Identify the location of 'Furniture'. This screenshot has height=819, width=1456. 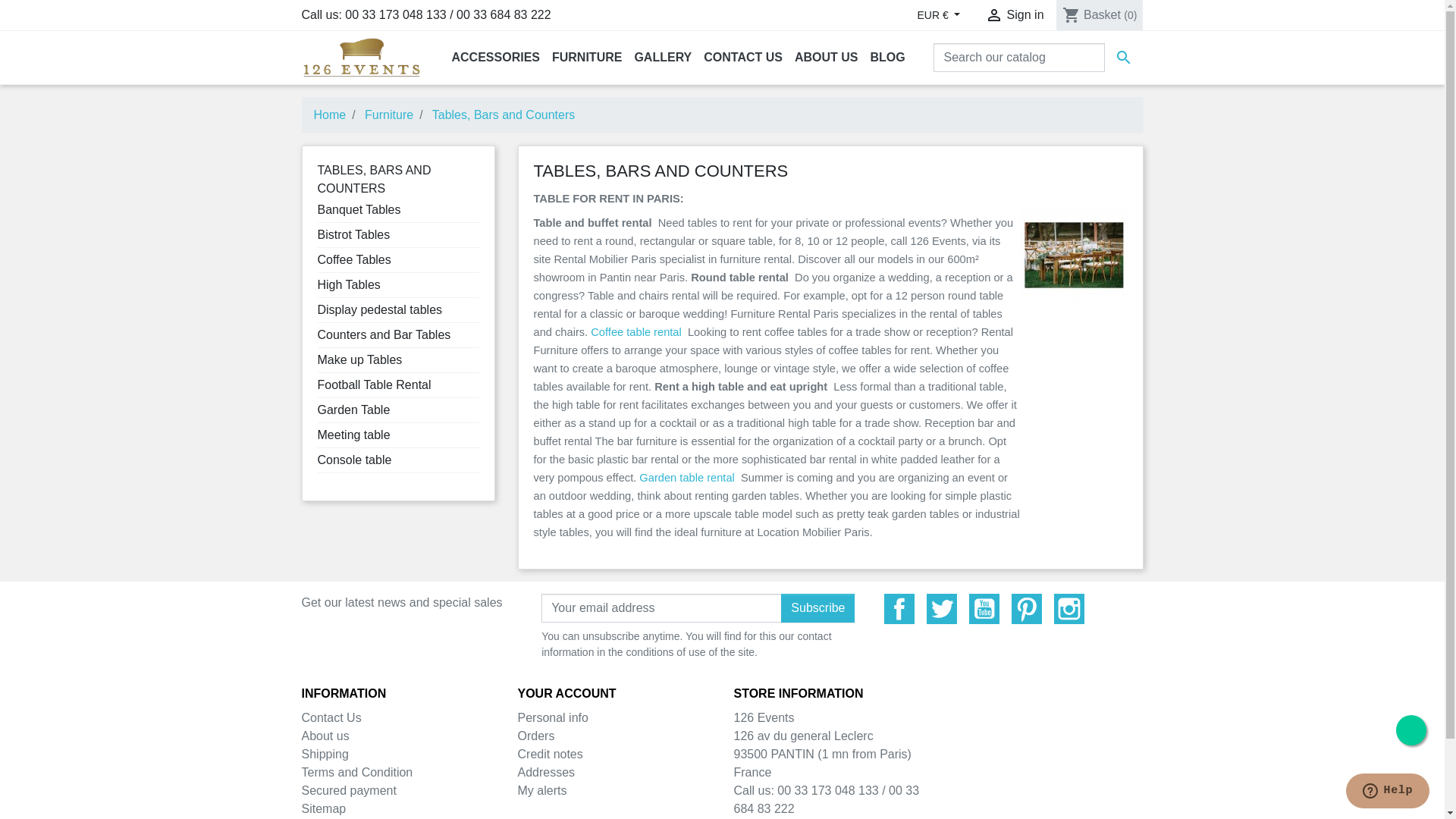
(389, 114).